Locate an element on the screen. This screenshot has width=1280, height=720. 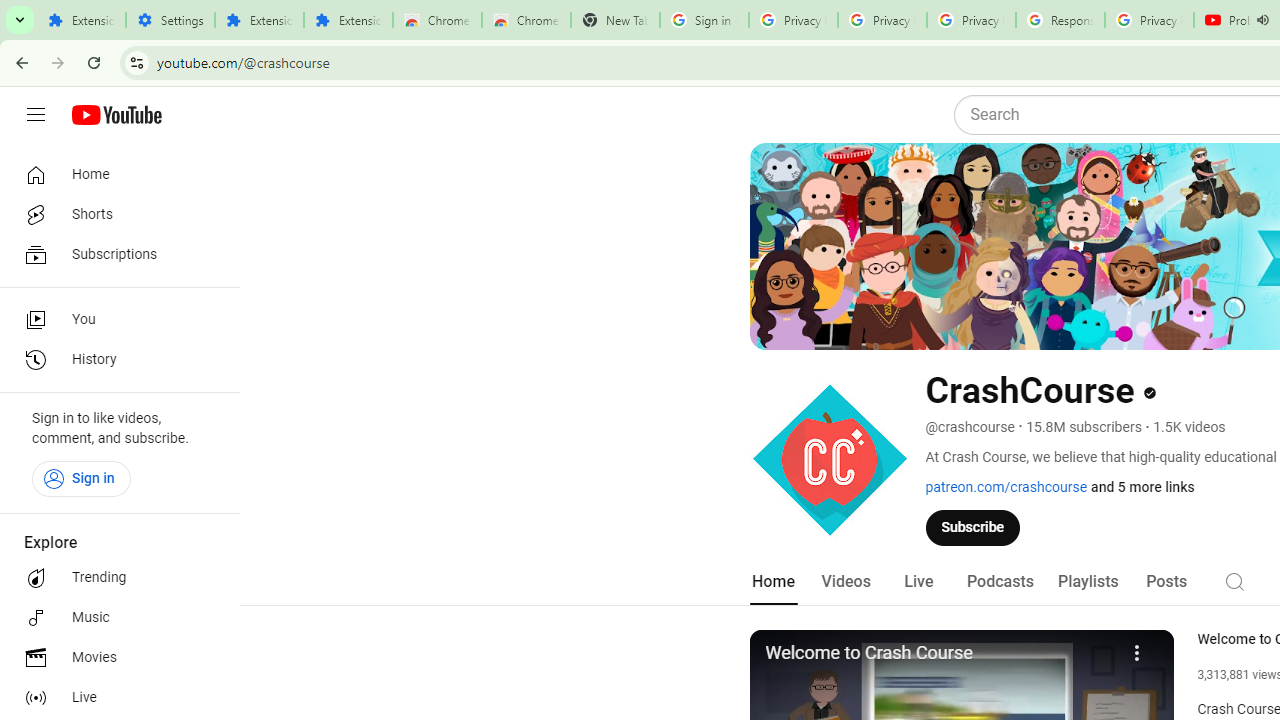
'Sign in - Google Accounts' is located at coordinates (704, 20).